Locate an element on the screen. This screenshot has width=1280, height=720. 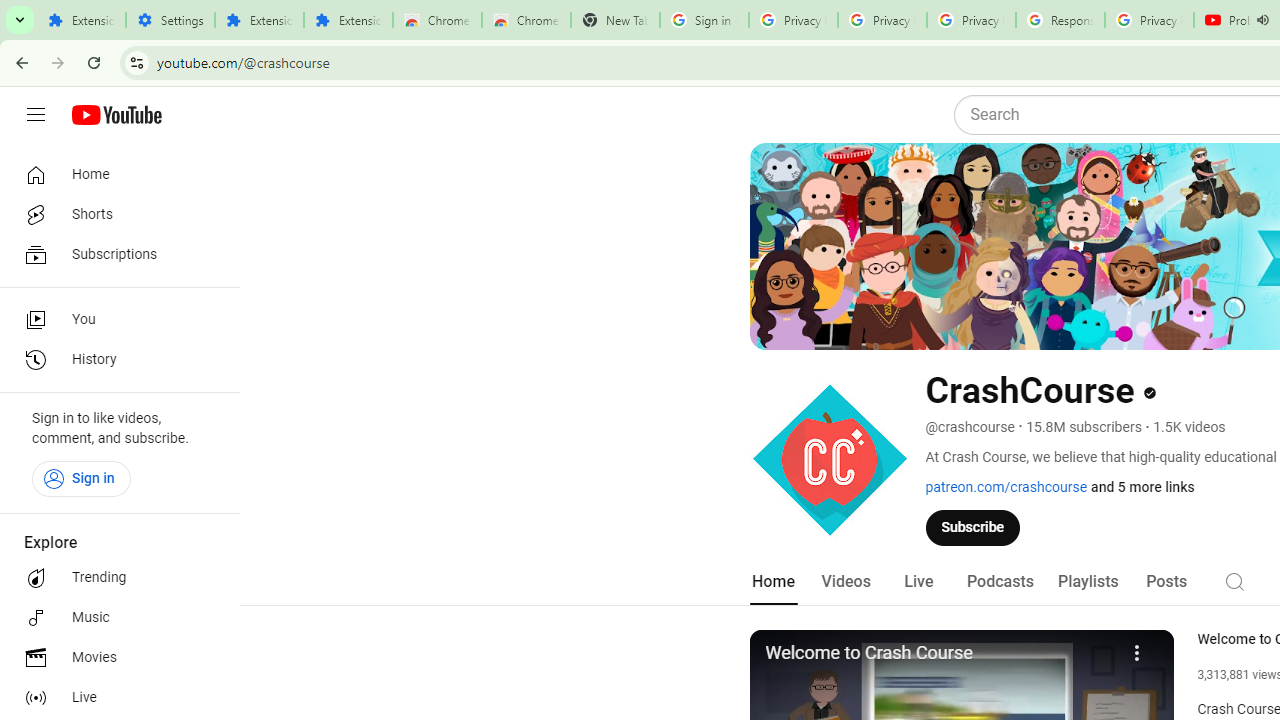
'Sign in - Google Accounts' is located at coordinates (704, 20).